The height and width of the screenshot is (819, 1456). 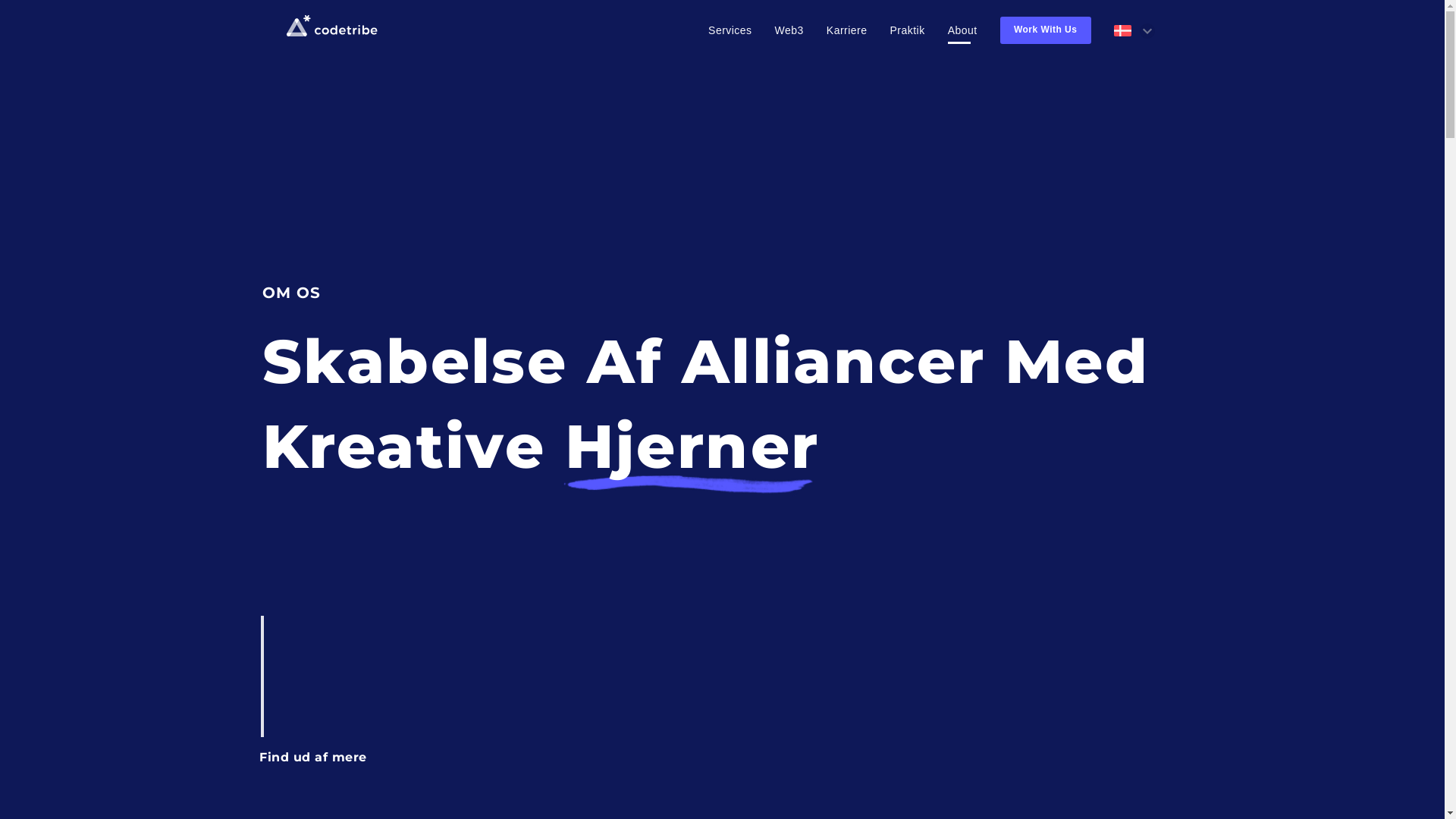 I want to click on 'Web3', so click(x=789, y=30).